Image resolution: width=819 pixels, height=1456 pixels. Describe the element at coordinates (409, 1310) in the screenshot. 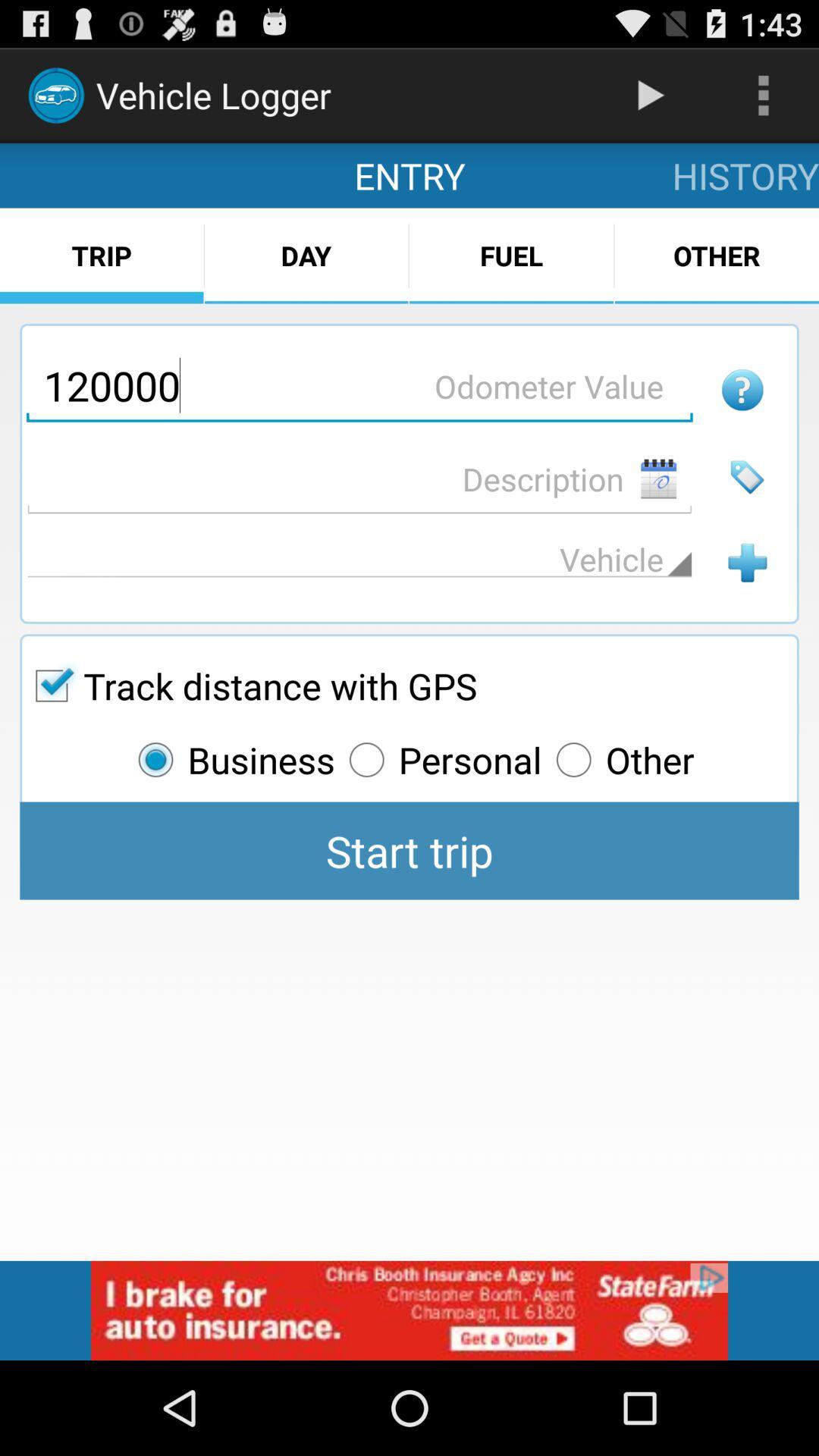

I see `advertisement banner` at that location.